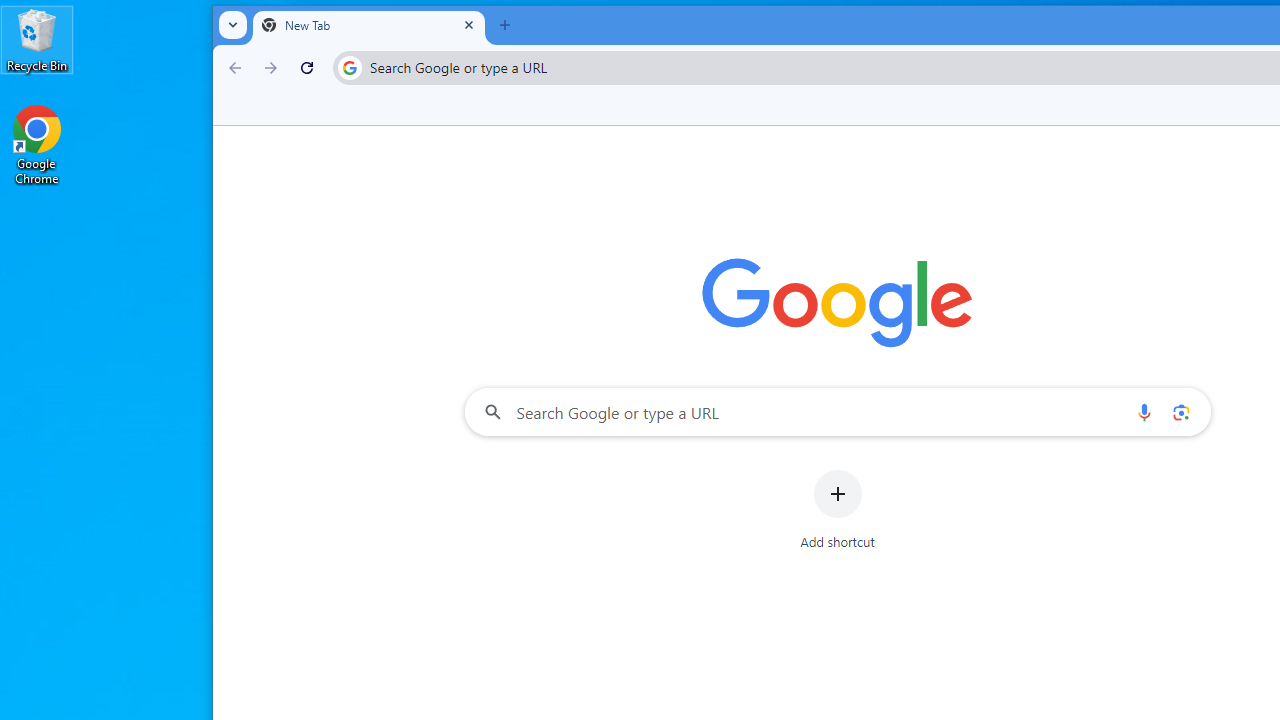 The image size is (1280, 720). What do you see at coordinates (37, 39) in the screenshot?
I see `'Recycle Bin'` at bounding box center [37, 39].